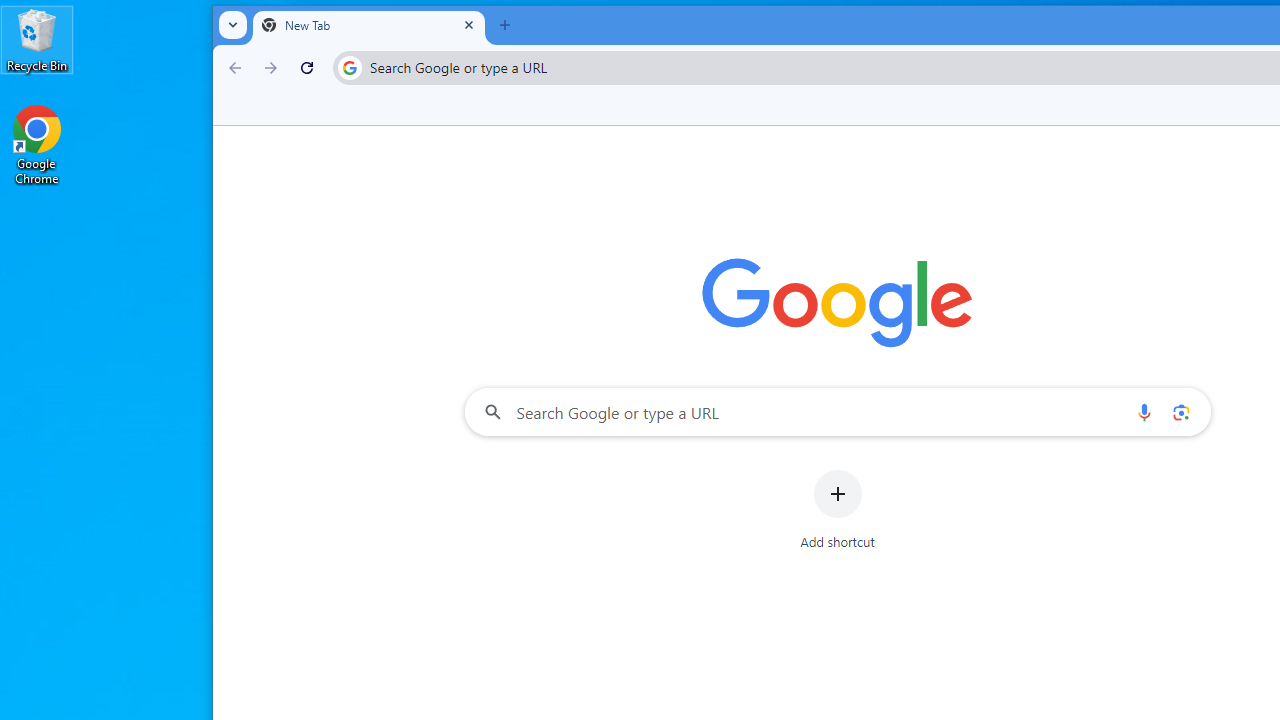 The image size is (1280, 720). What do you see at coordinates (37, 39) in the screenshot?
I see `'Recycle Bin'` at bounding box center [37, 39].